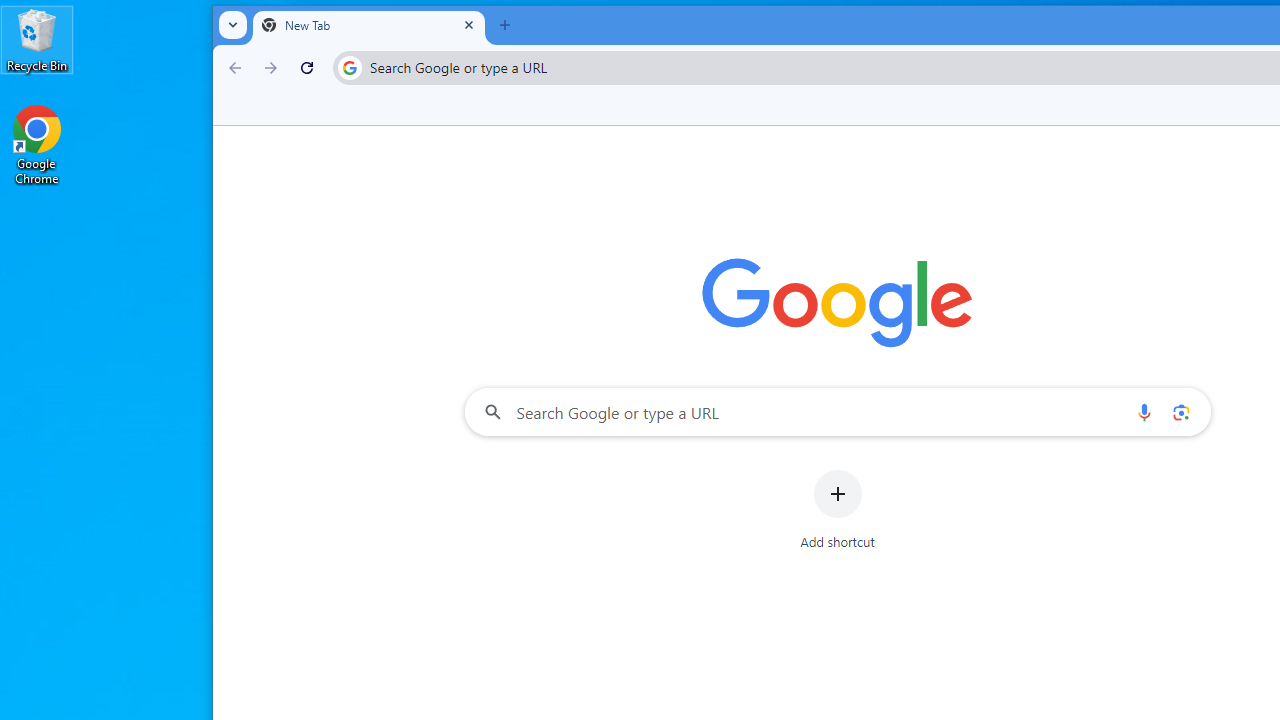 The image size is (1280, 720). What do you see at coordinates (37, 39) in the screenshot?
I see `'Recycle Bin'` at bounding box center [37, 39].